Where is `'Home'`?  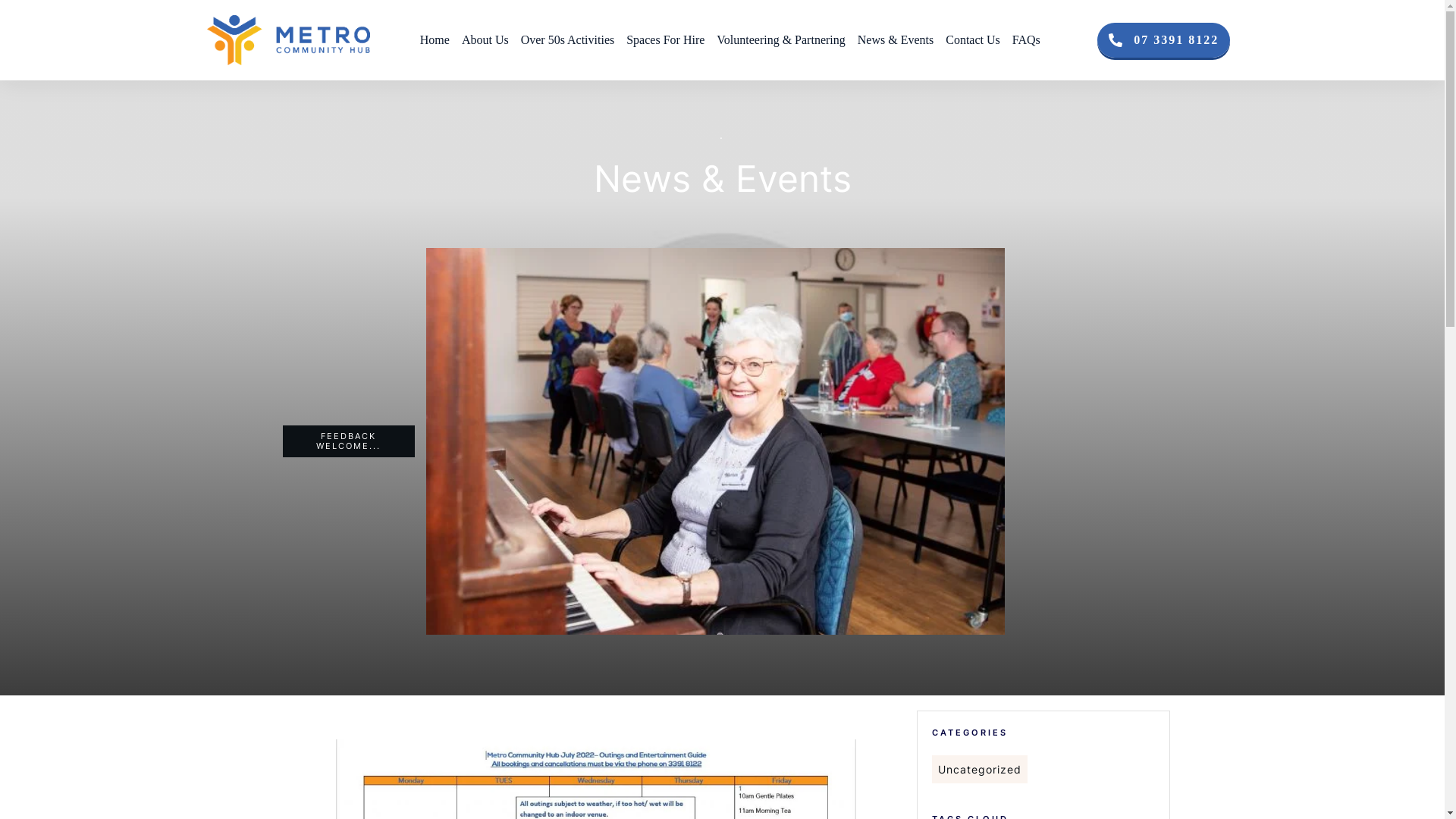 'Home' is located at coordinates (419, 39).